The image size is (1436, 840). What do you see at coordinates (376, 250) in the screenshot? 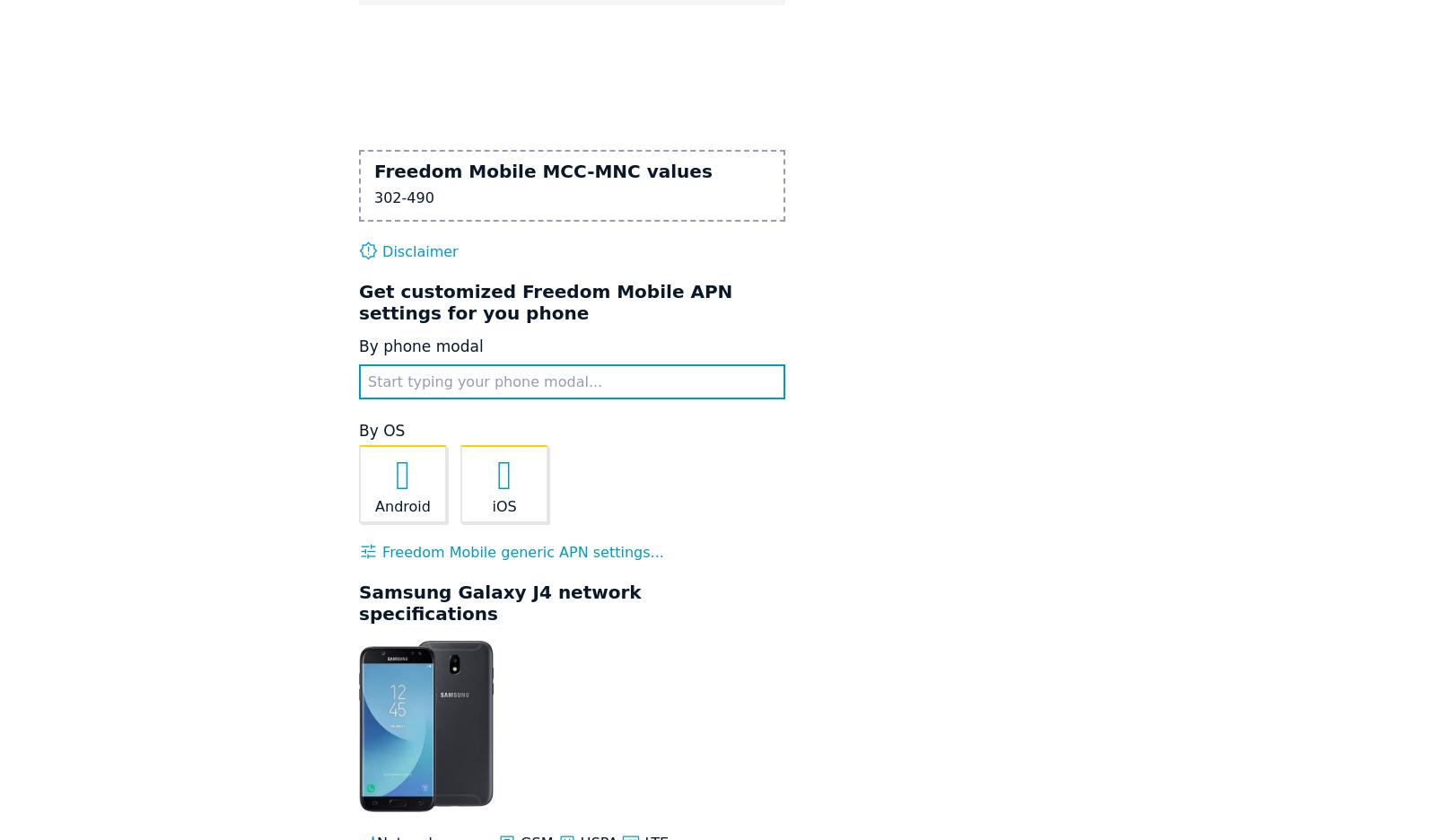
I see `'Disclaimer'` at bounding box center [376, 250].